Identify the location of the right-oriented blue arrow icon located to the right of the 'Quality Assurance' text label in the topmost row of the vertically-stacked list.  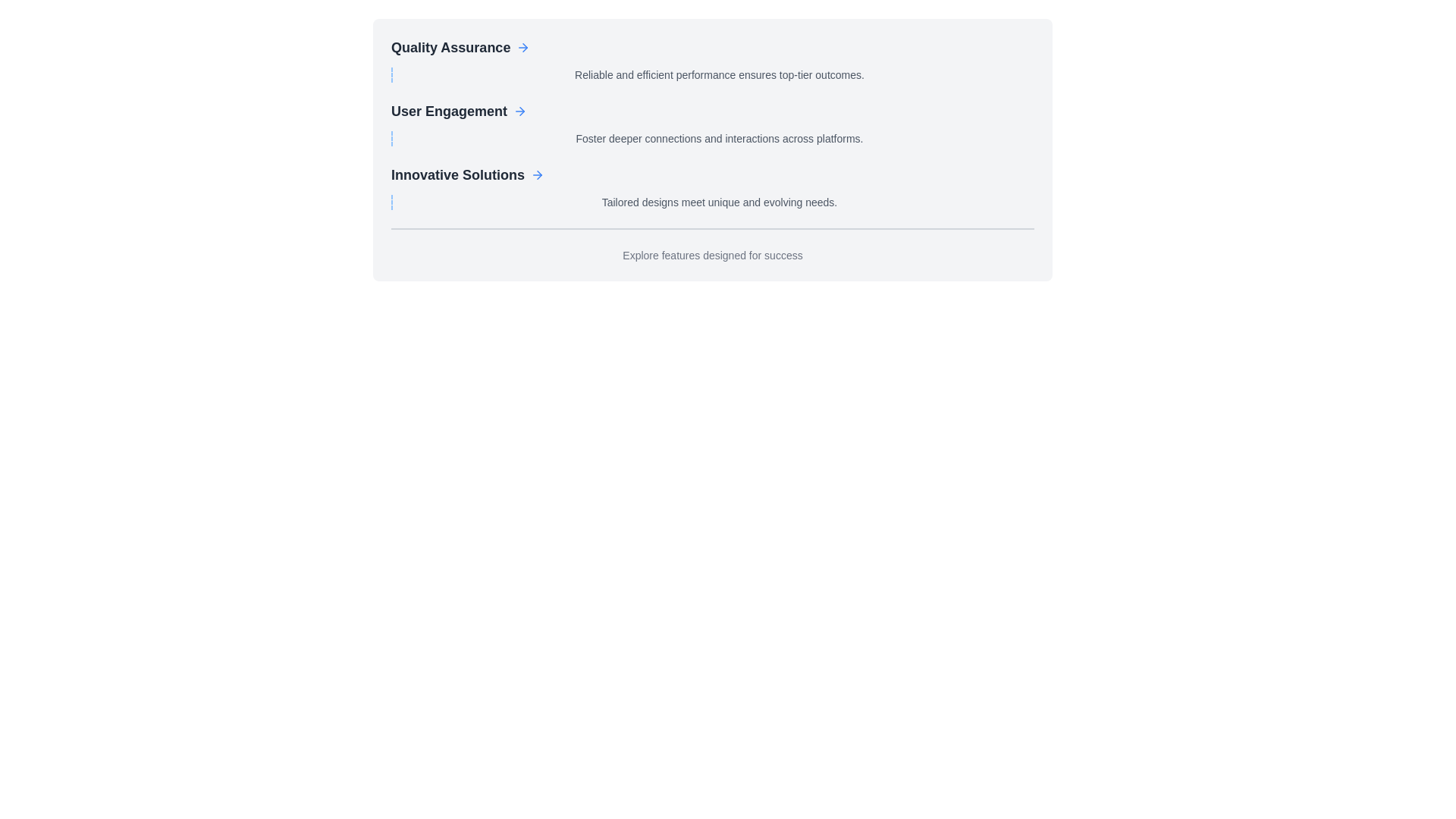
(523, 46).